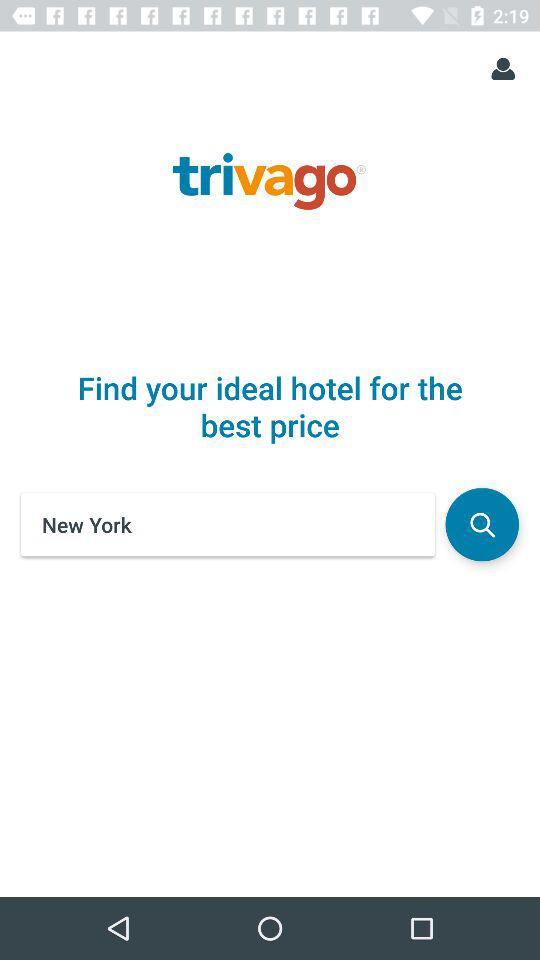 This screenshot has height=960, width=540. I want to click on the icon to the right of the new york icon, so click(481, 523).